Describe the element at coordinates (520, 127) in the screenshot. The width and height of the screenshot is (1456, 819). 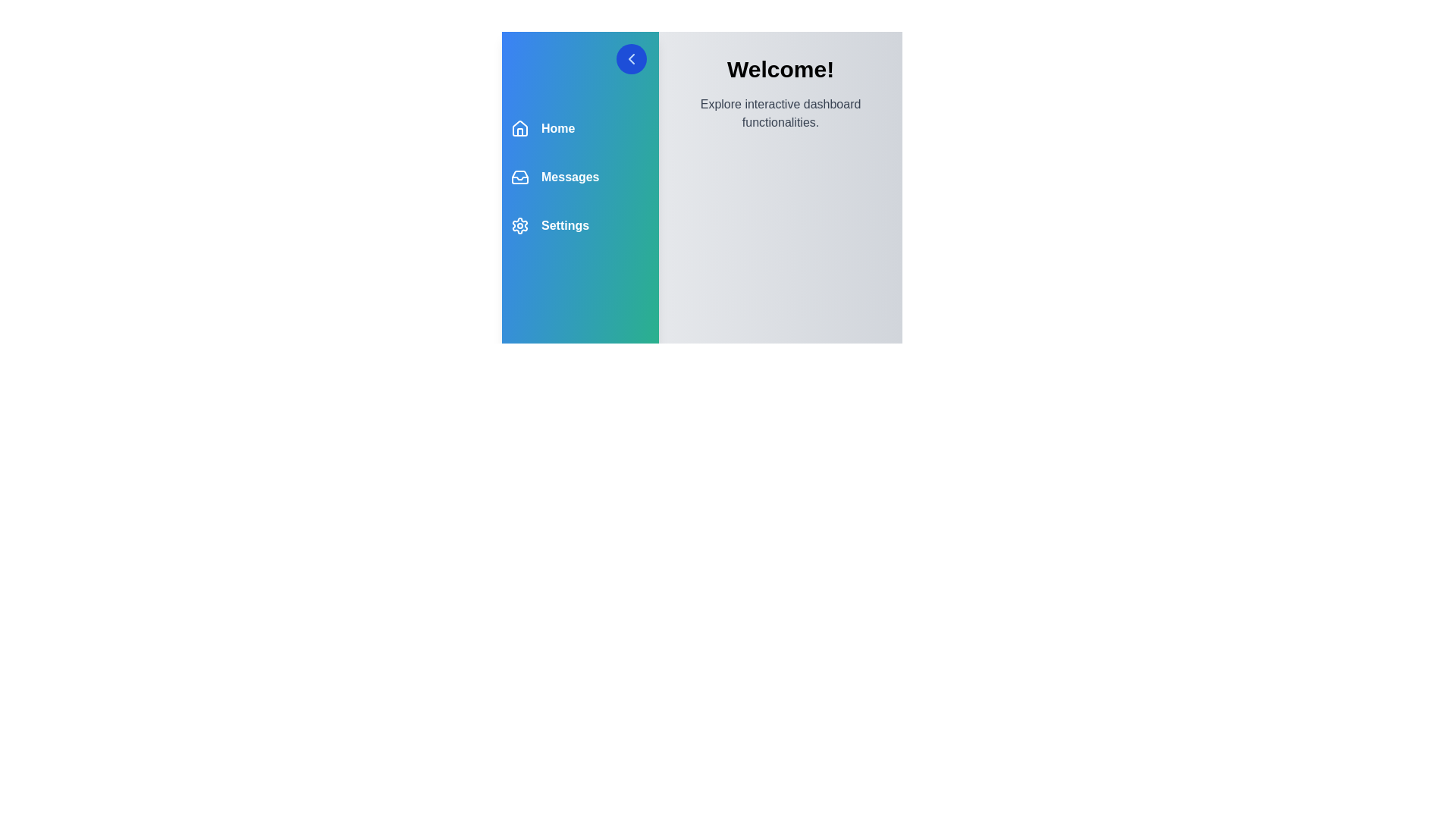
I see `the house icon in the vertical navigation menu labeled 'Home', which is located at the top of the left panel, above 'Messages' and 'Settings'` at that location.